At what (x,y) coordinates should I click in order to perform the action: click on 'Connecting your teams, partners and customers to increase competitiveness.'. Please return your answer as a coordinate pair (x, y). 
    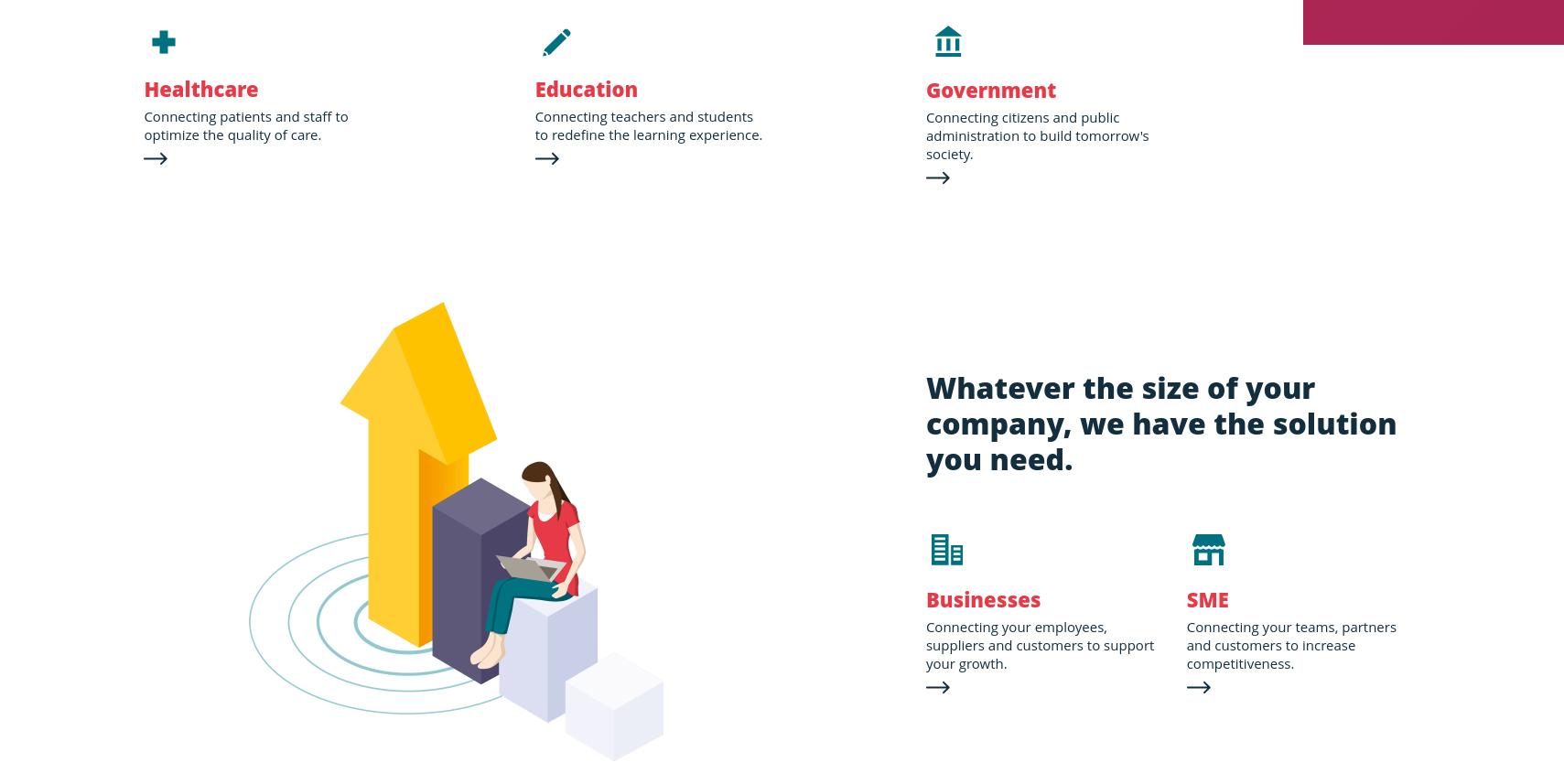
    Looking at the image, I should click on (1290, 644).